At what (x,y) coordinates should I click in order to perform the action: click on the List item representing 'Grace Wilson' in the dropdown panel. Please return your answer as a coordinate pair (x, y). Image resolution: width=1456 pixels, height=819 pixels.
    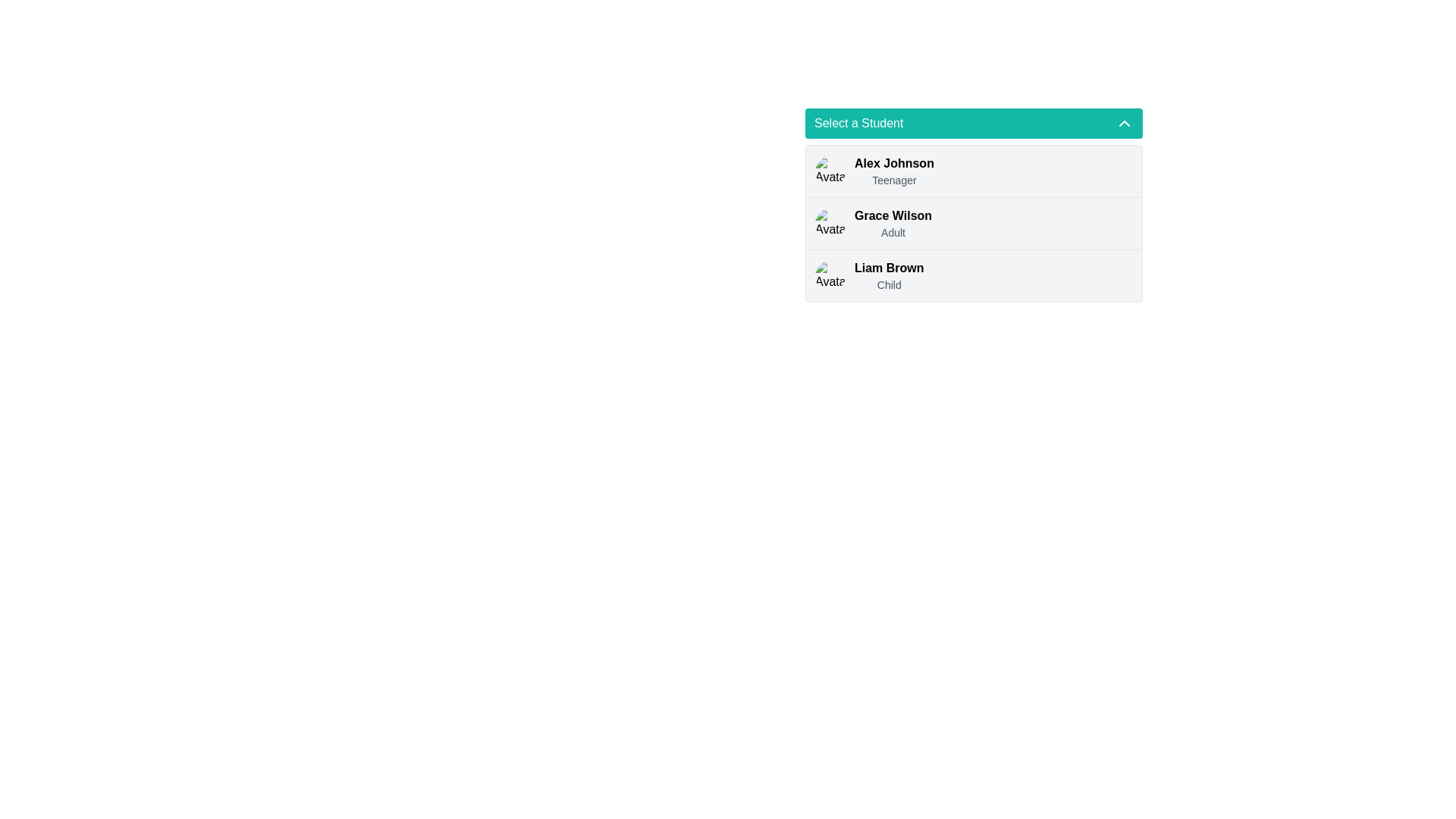
    Looking at the image, I should click on (974, 223).